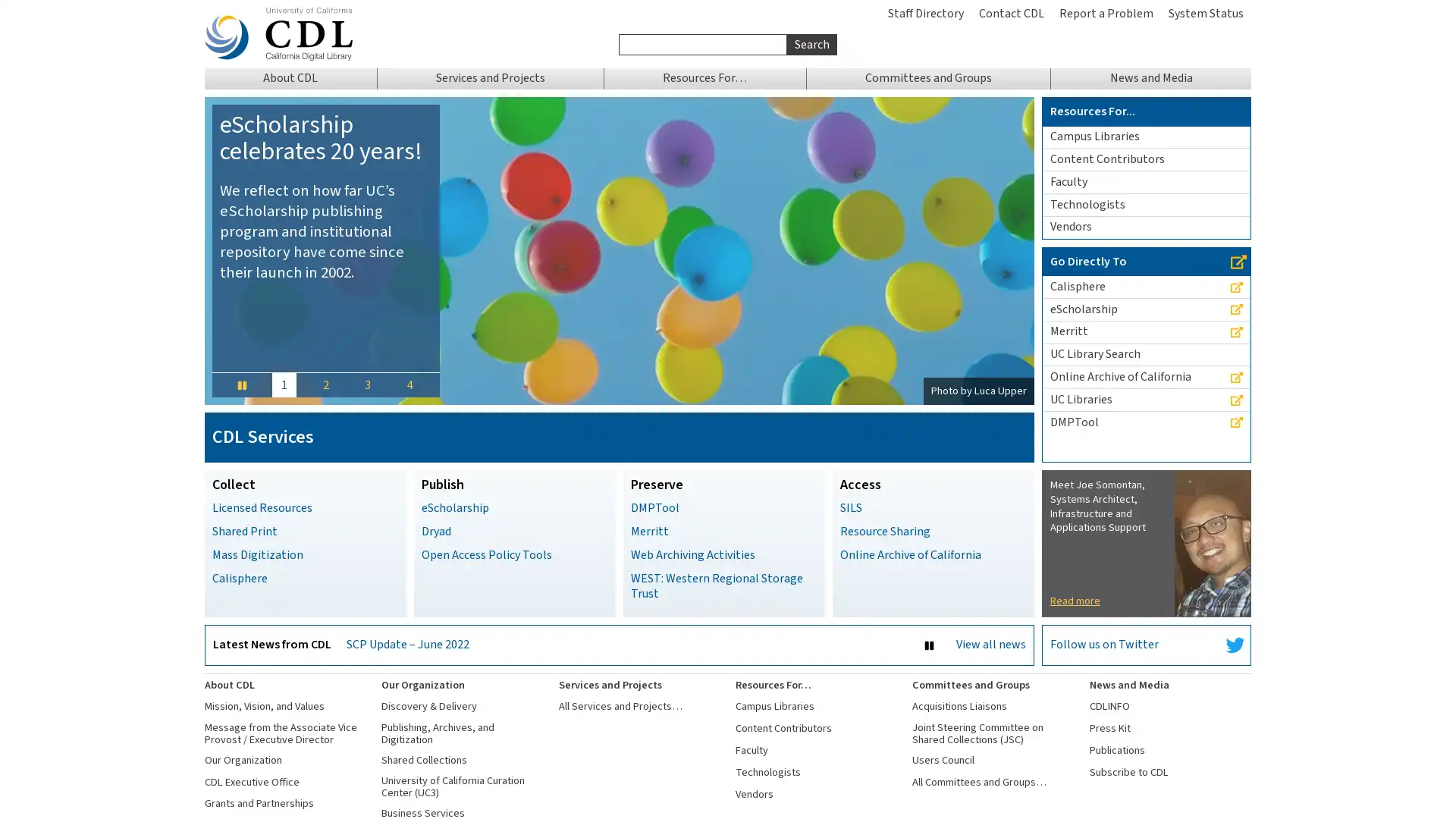  Describe the element at coordinates (324, 383) in the screenshot. I see `go to slide 2 of 4` at that location.